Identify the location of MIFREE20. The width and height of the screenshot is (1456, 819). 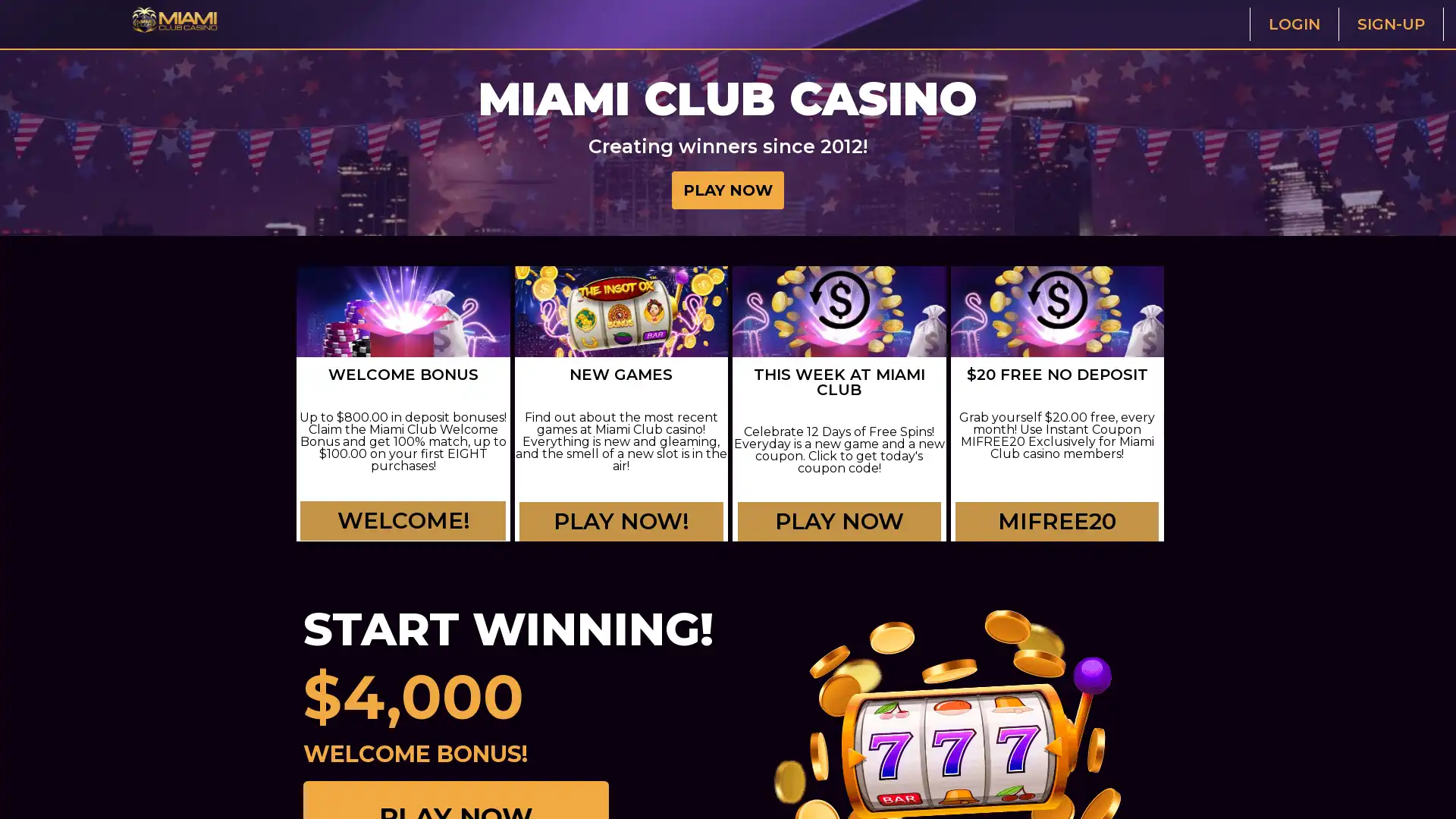
(1056, 522).